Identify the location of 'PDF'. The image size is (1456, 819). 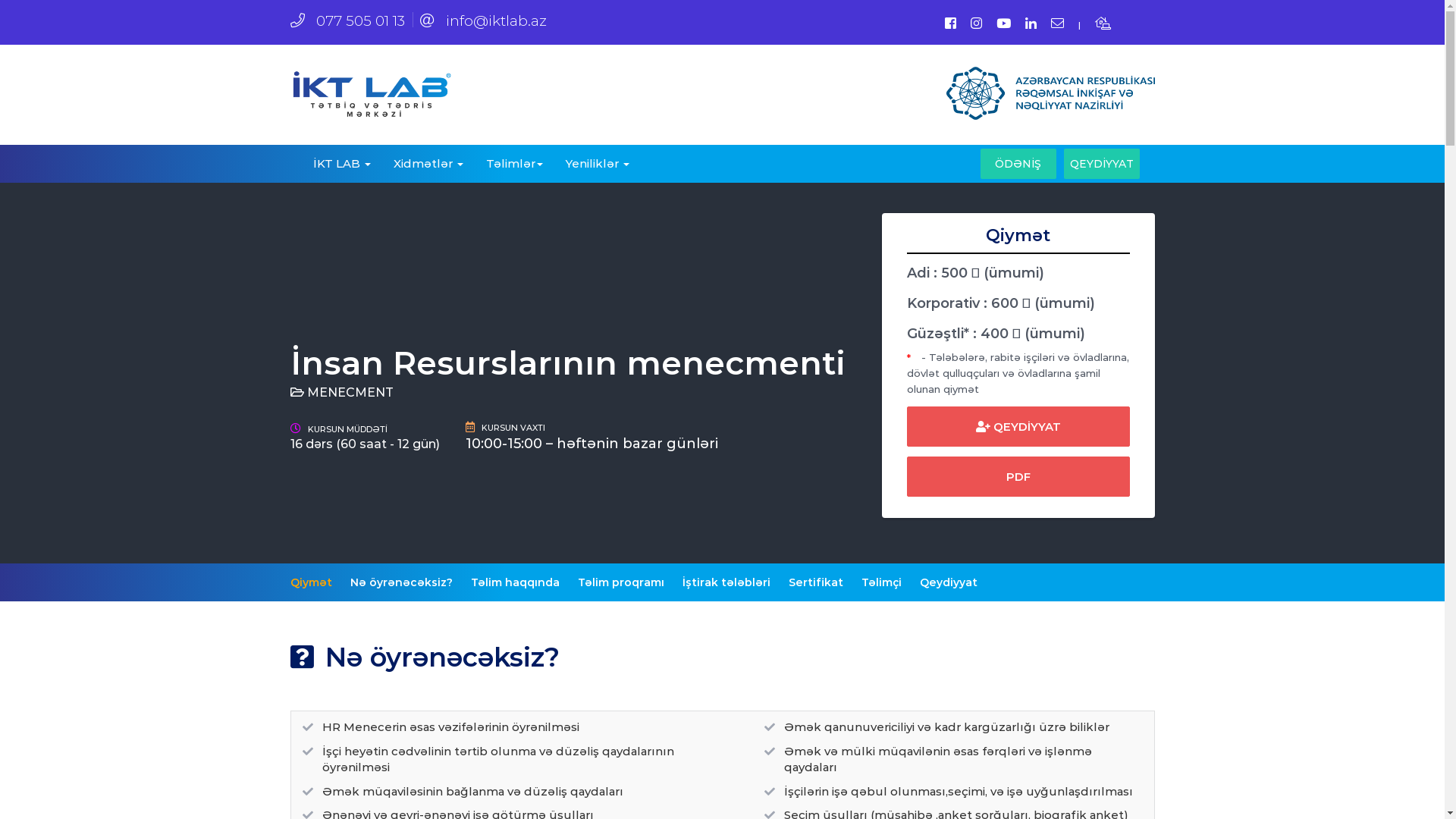
(1018, 475).